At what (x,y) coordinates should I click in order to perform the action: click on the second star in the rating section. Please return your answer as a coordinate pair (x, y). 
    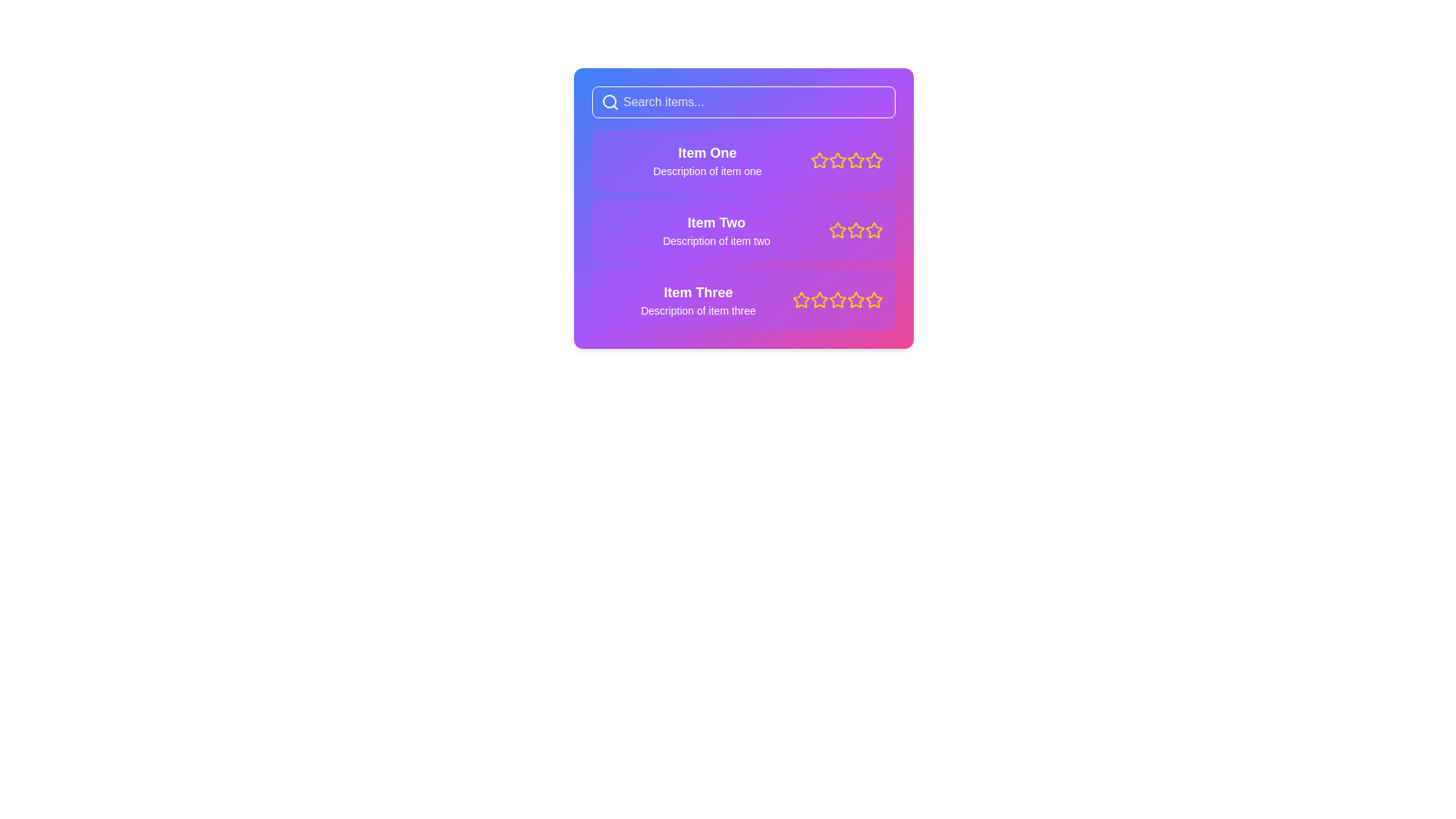
    Looking at the image, I should click on (855, 160).